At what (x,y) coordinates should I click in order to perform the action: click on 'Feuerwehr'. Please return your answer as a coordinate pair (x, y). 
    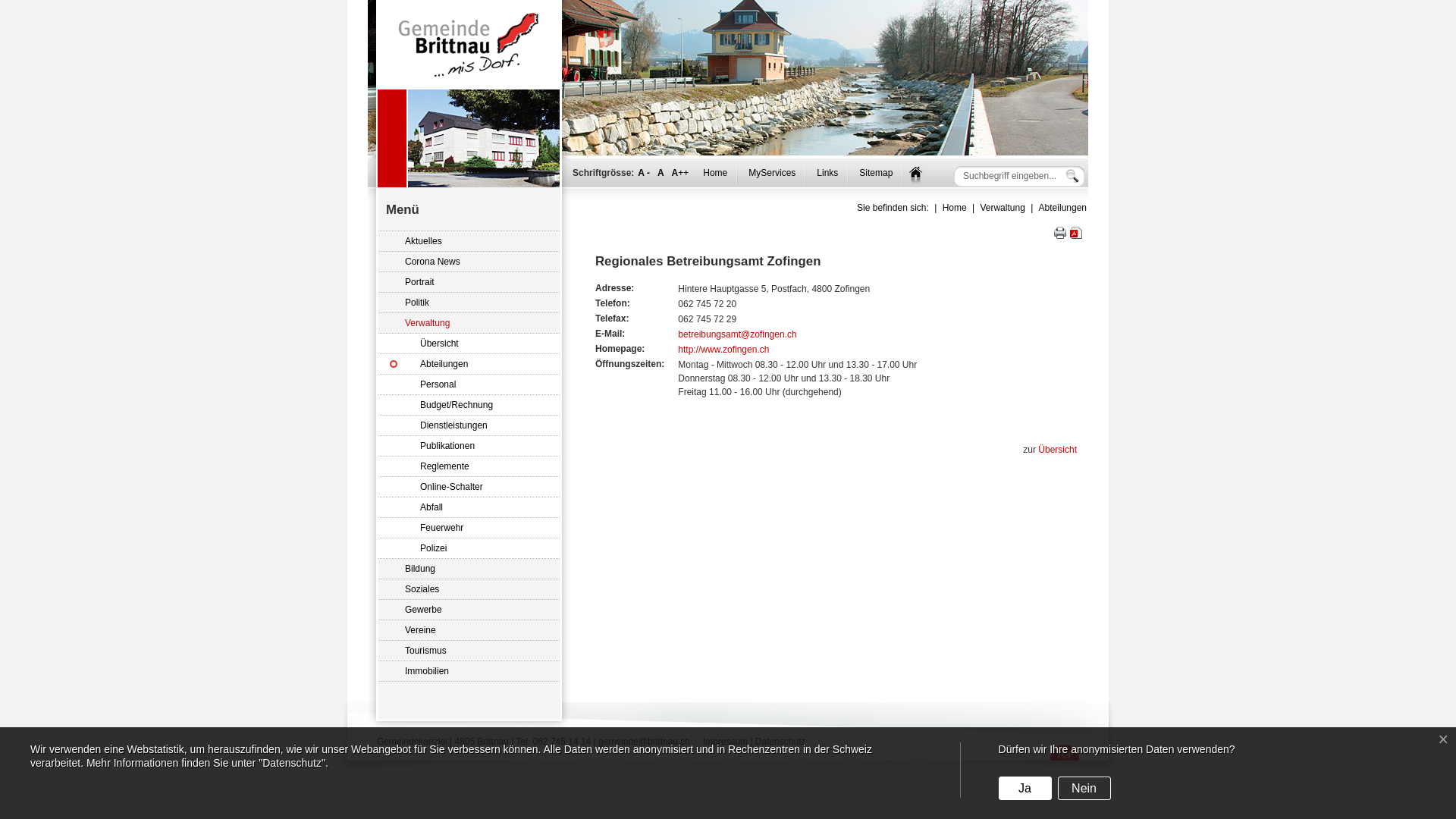
    Looking at the image, I should click on (468, 527).